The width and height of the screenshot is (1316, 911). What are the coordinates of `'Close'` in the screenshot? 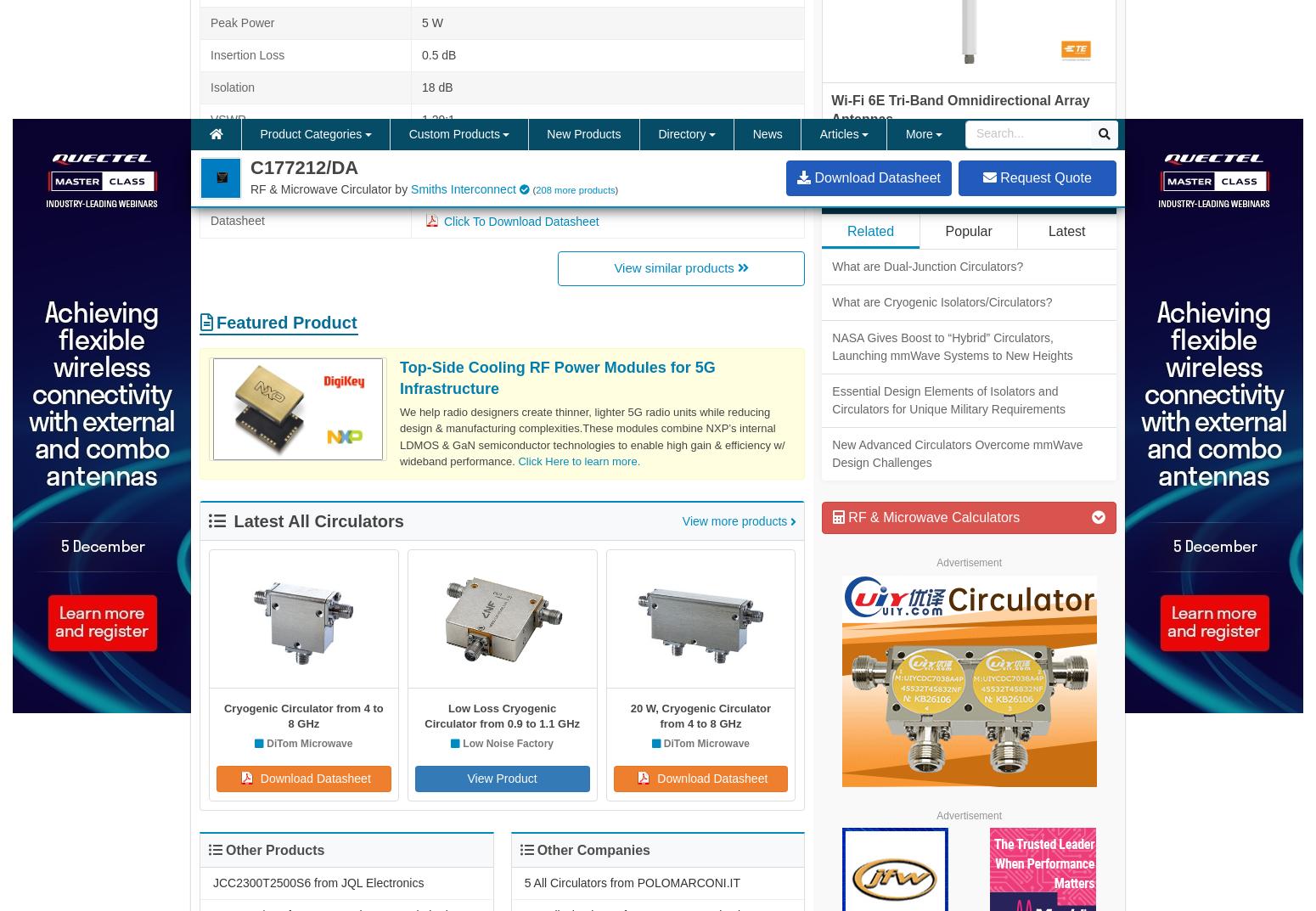 It's located at (1022, 758).